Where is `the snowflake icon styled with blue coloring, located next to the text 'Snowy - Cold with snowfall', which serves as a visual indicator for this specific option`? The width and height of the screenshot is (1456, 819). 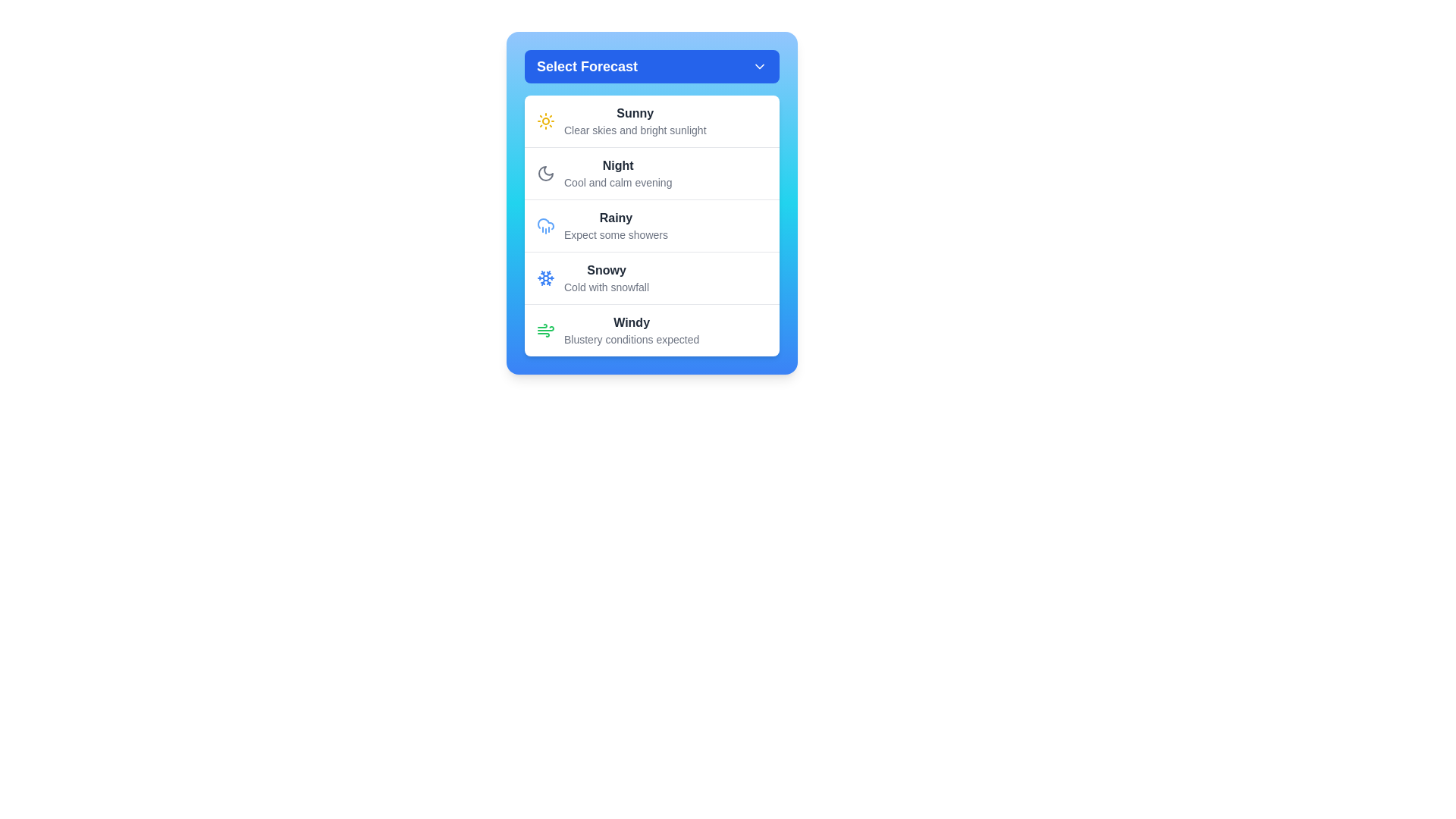
the snowflake icon styled with blue coloring, located next to the text 'Snowy - Cold with snowfall', which serves as a visual indicator for this specific option is located at coordinates (546, 278).